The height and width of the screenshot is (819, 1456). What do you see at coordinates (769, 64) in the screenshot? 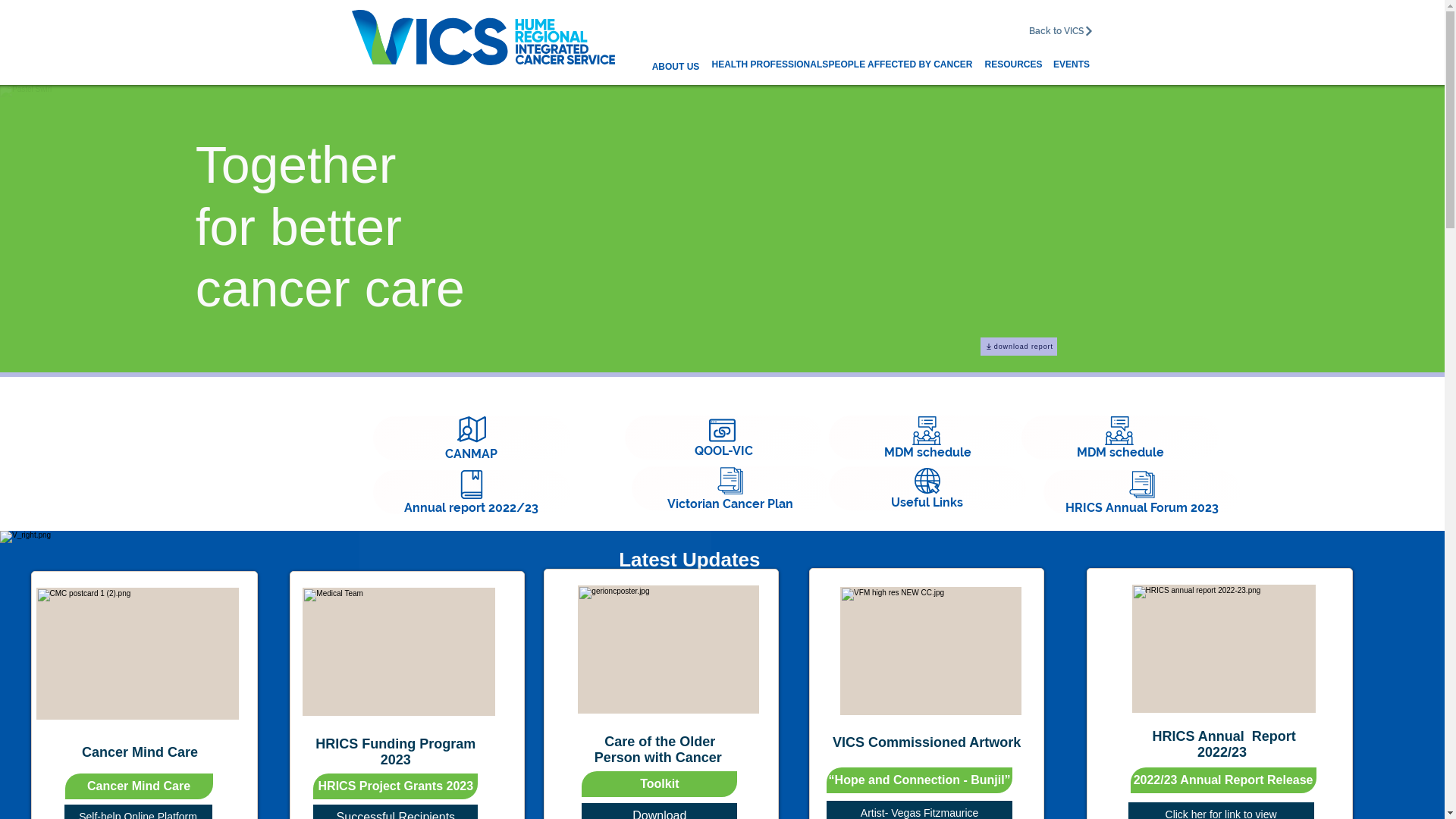
I see `'HEALTH PROFESSIONALS'` at bounding box center [769, 64].